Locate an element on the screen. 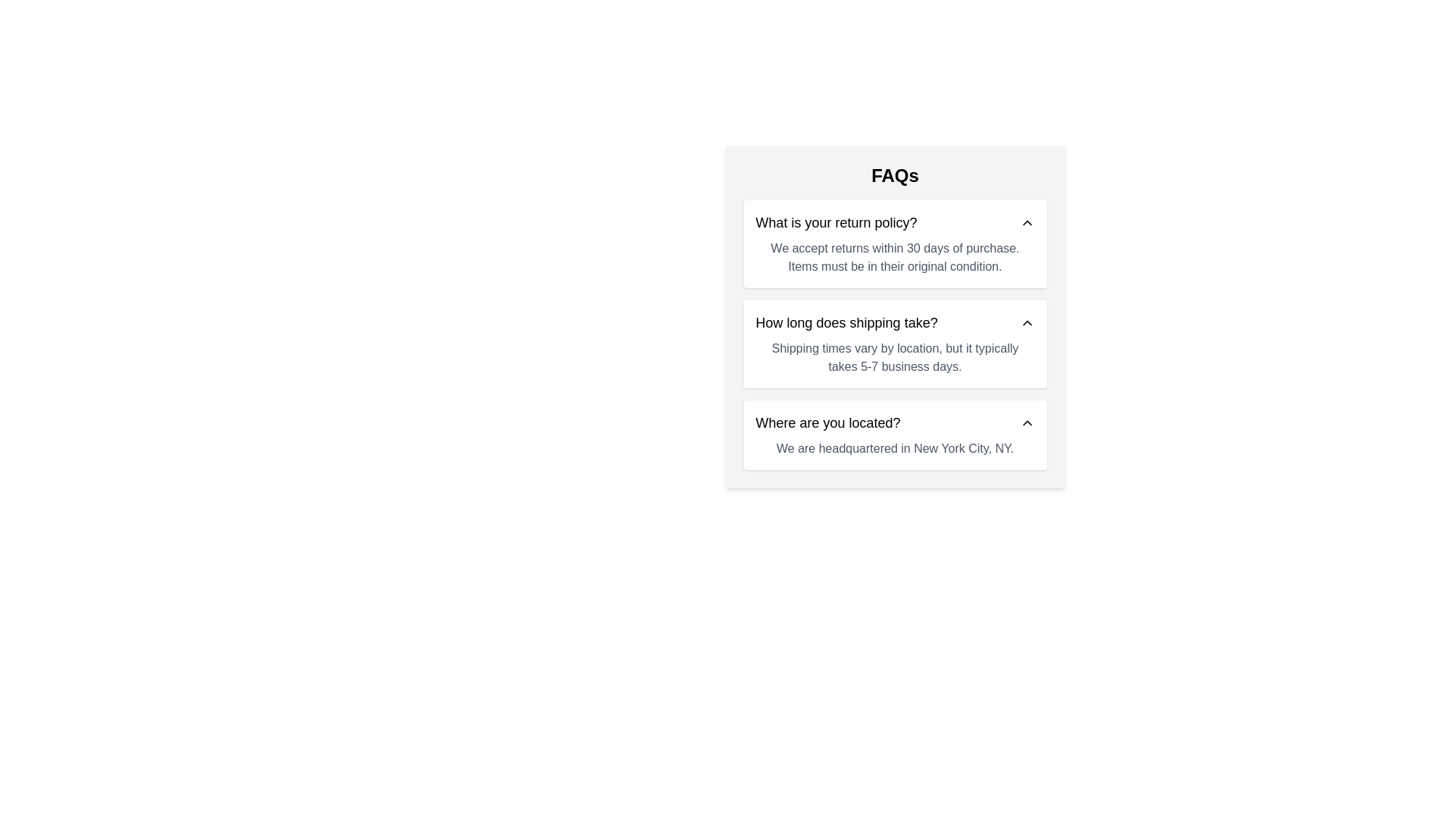 This screenshot has height=819, width=1456. the Collapsible FAQ item about the return policy, which is the first item in the FAQ list, featuring a question in bold text and an expandable chevron icon is located at coordinates (895, 243).